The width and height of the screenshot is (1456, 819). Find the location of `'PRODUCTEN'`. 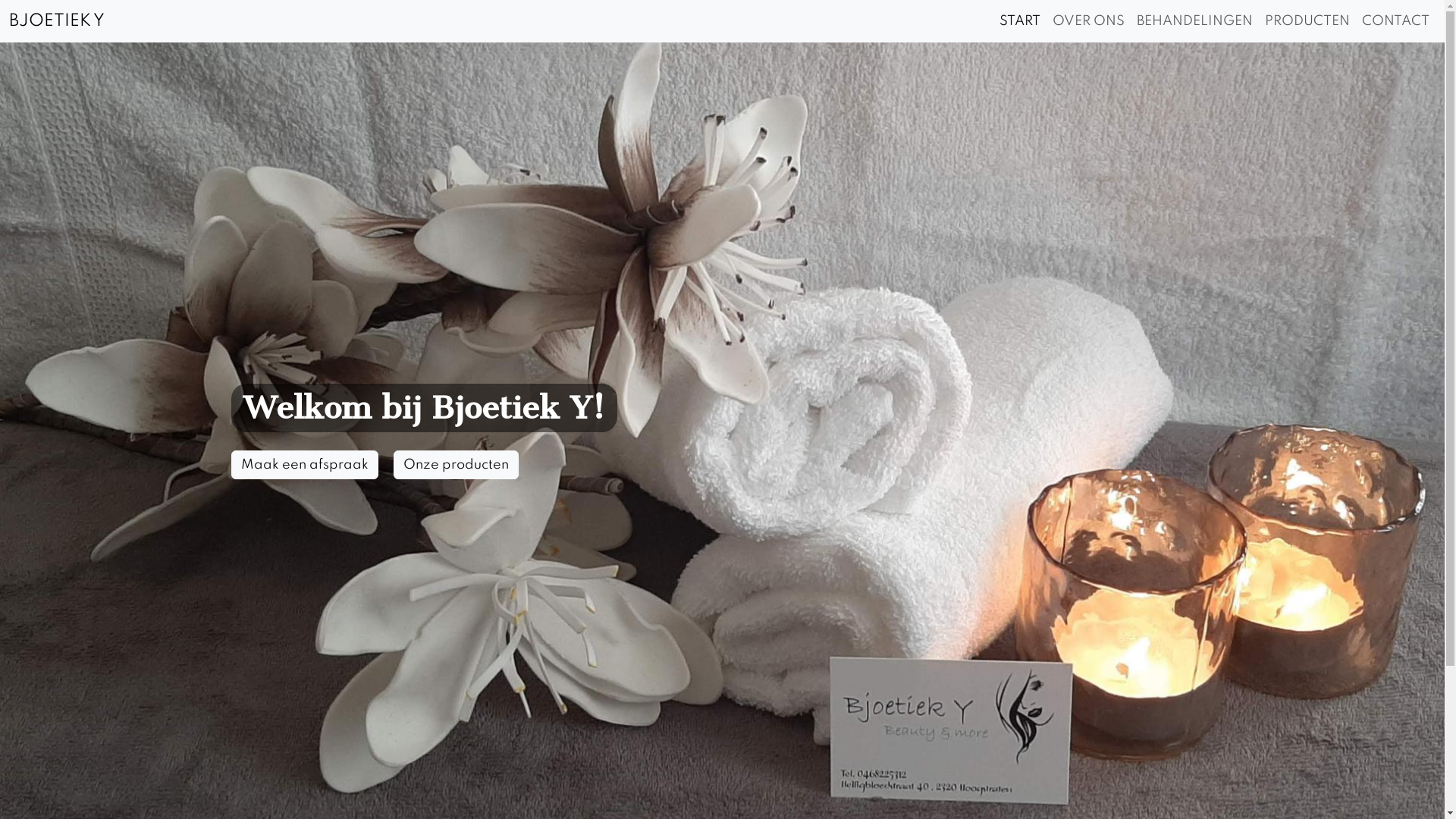

'PRODUCTEN' is located at coordinates (1306, 20).